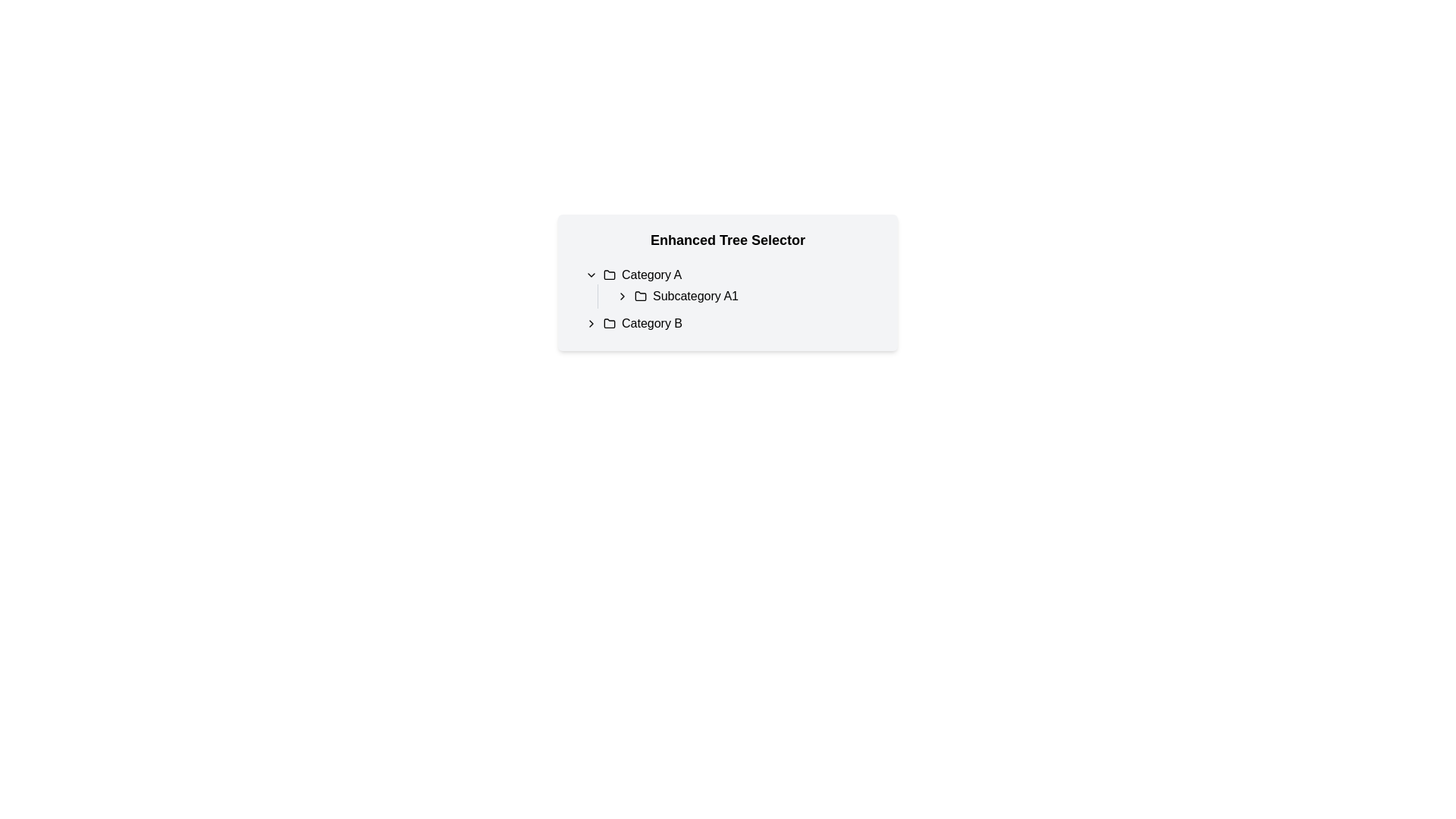 The width and height of the screenshot is (1456, 819). What do you see at coordinates (590, 275) in the screenshot?
I see `the icon button associated with 'Category A'` at bounding box center [590, 275].